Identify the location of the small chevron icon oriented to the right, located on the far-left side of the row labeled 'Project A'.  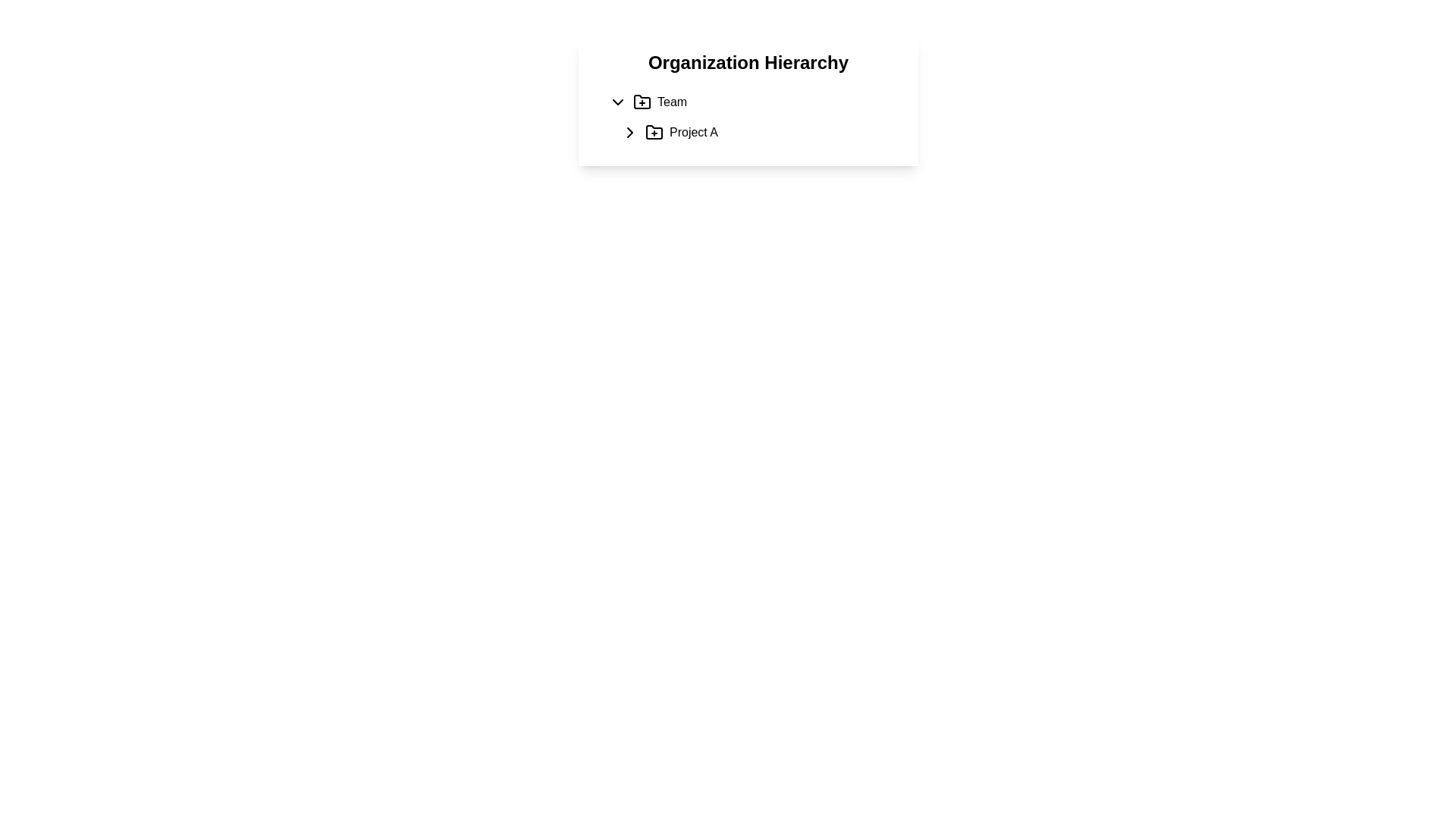
(629, 131).